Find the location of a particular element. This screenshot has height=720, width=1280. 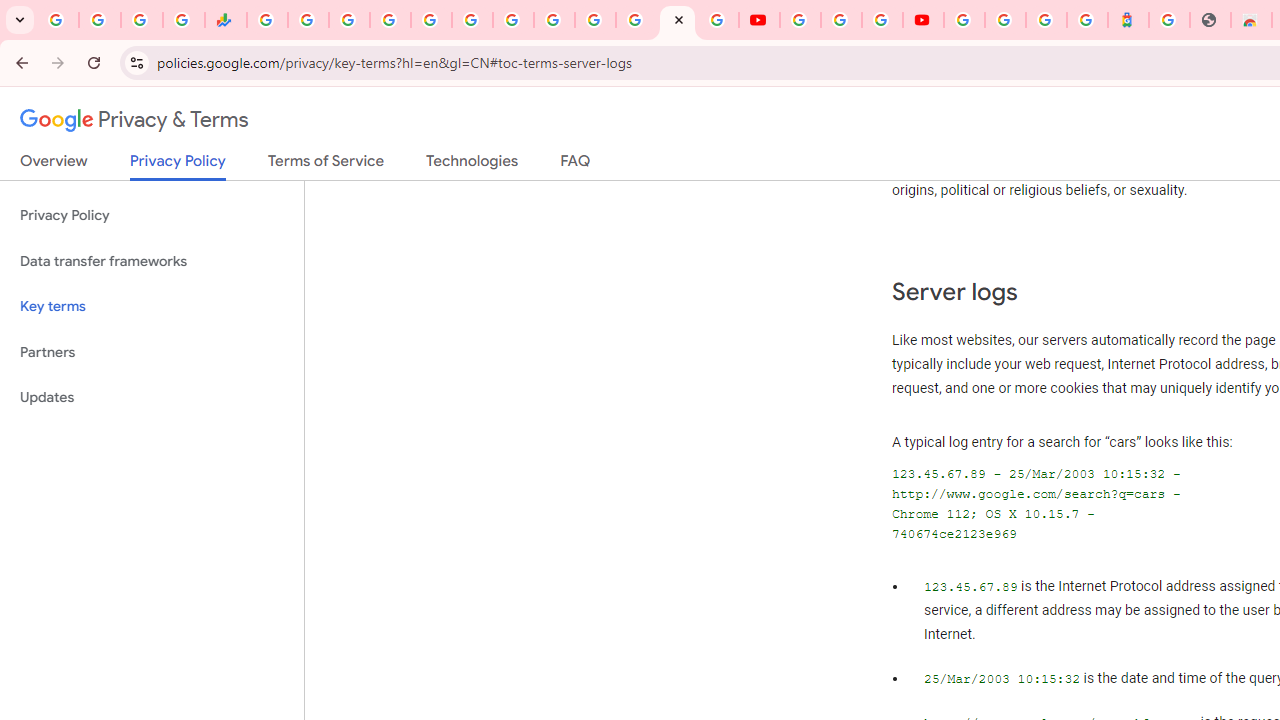

'Sign in - Google Accounts' is located at coordinates (1005, 20).